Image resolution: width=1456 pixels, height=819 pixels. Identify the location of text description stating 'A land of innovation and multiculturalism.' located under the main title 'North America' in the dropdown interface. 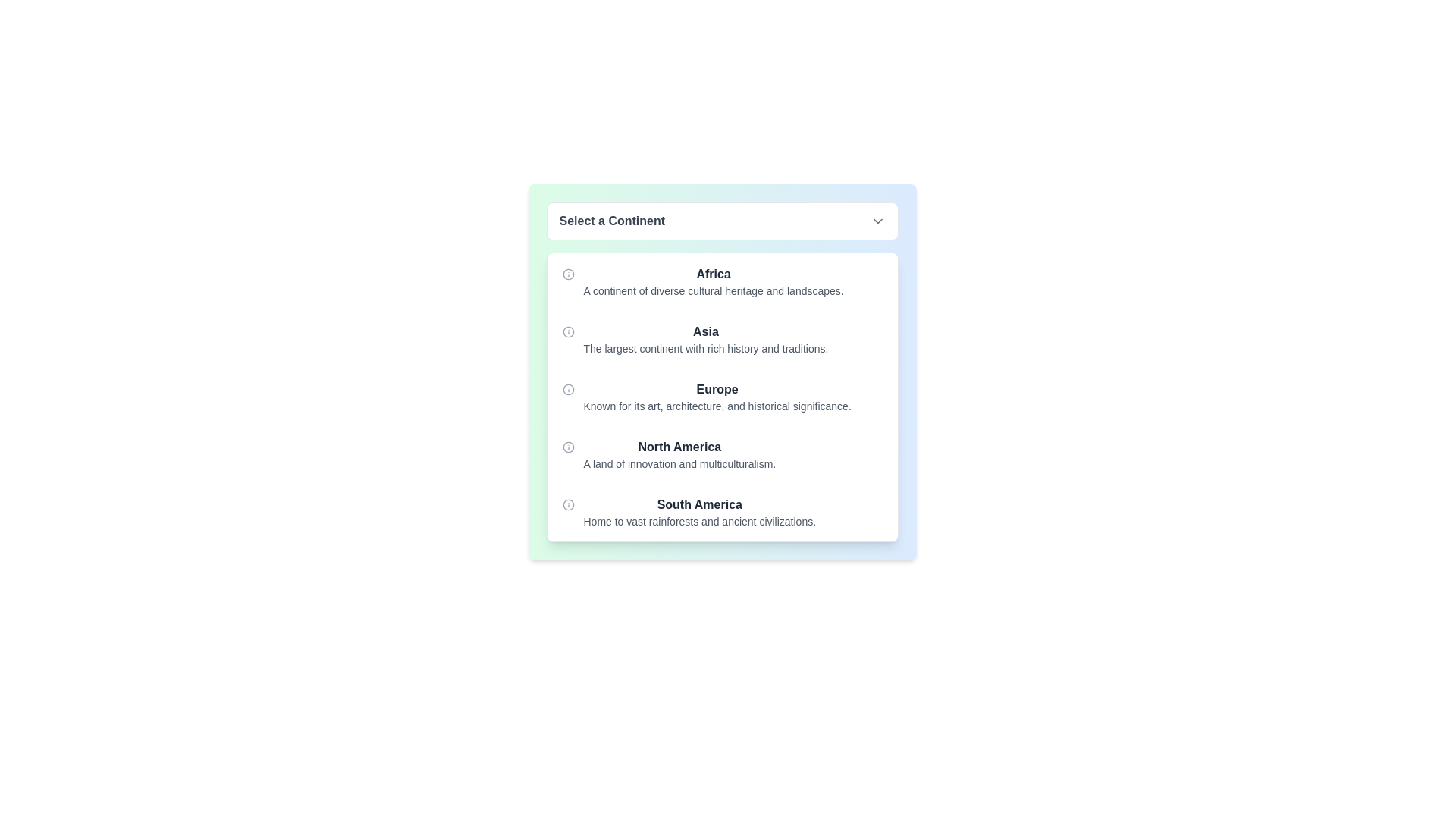
(679, 463).